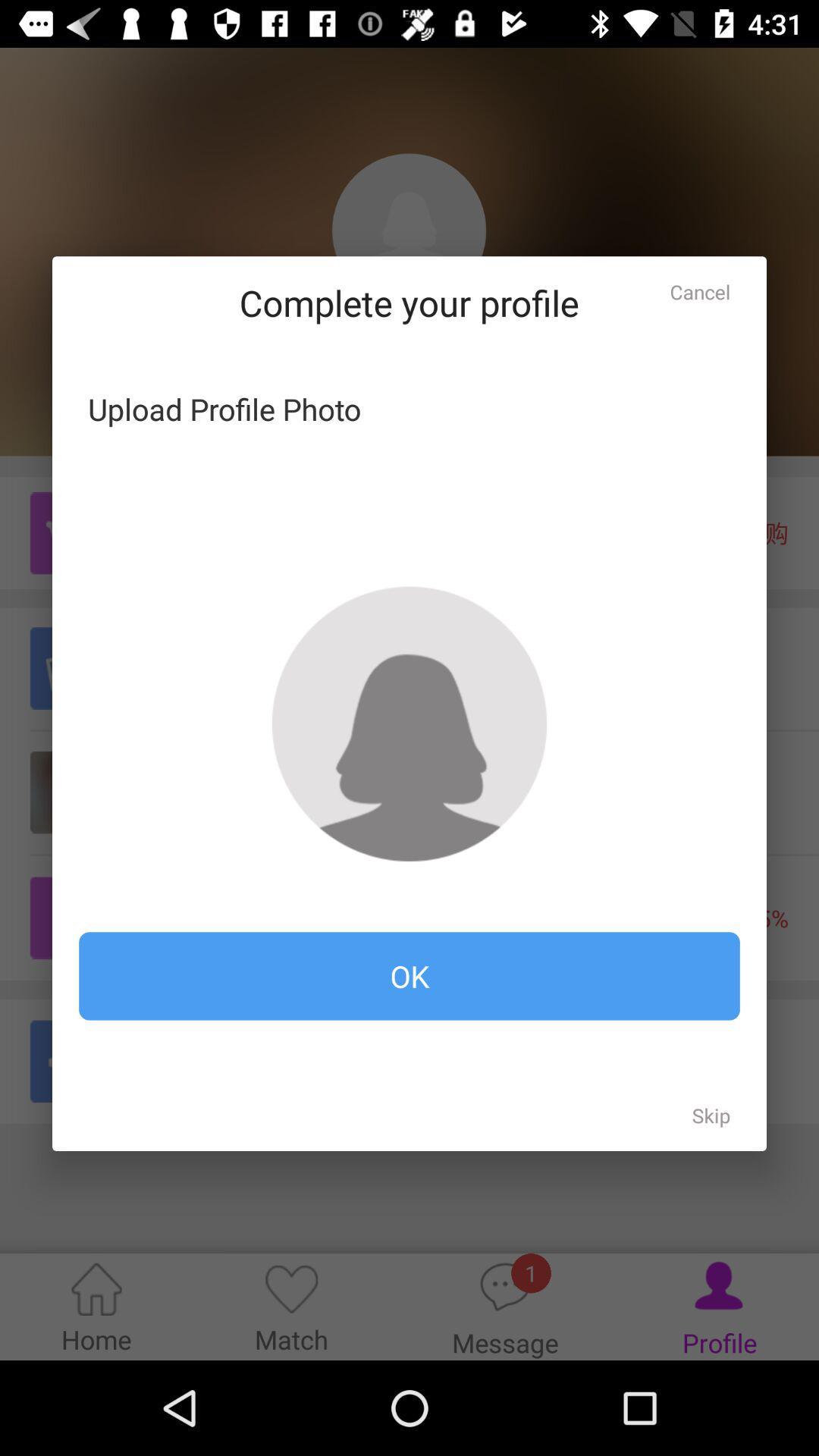 Image resolution: width=819 pixels, height=1456 pixels. Describe the element at coordinates (409, 976) in the screenshot. I see `ok` at that location.